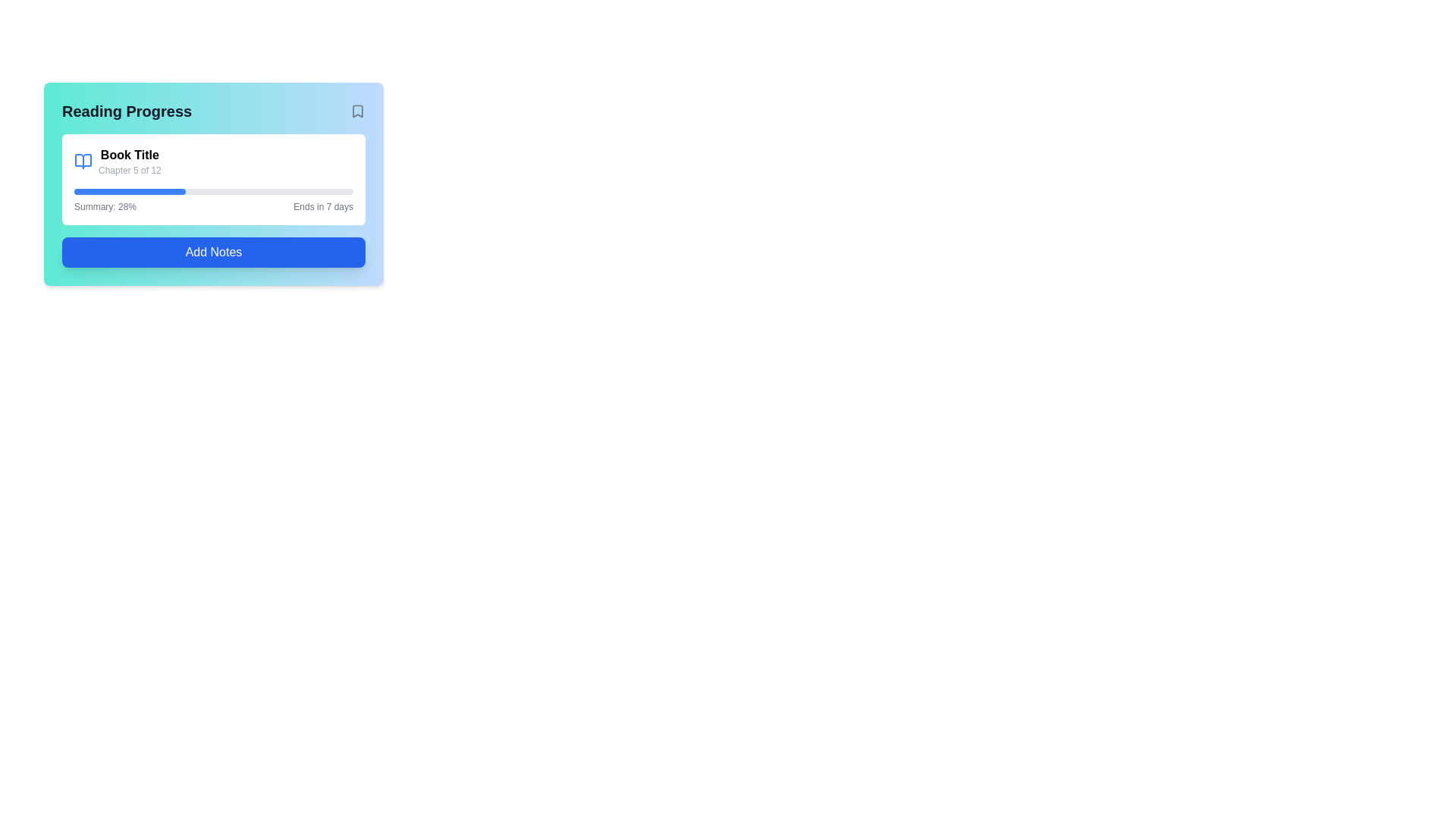  What do you see at coordinates (83, 161) in the screenshot?
I see `the open book icon, which is styled with a minimalist stroke design and is located to the left of the 'Book Title' text in the 'Reading Progress' card` at bounding box center [83, 161].